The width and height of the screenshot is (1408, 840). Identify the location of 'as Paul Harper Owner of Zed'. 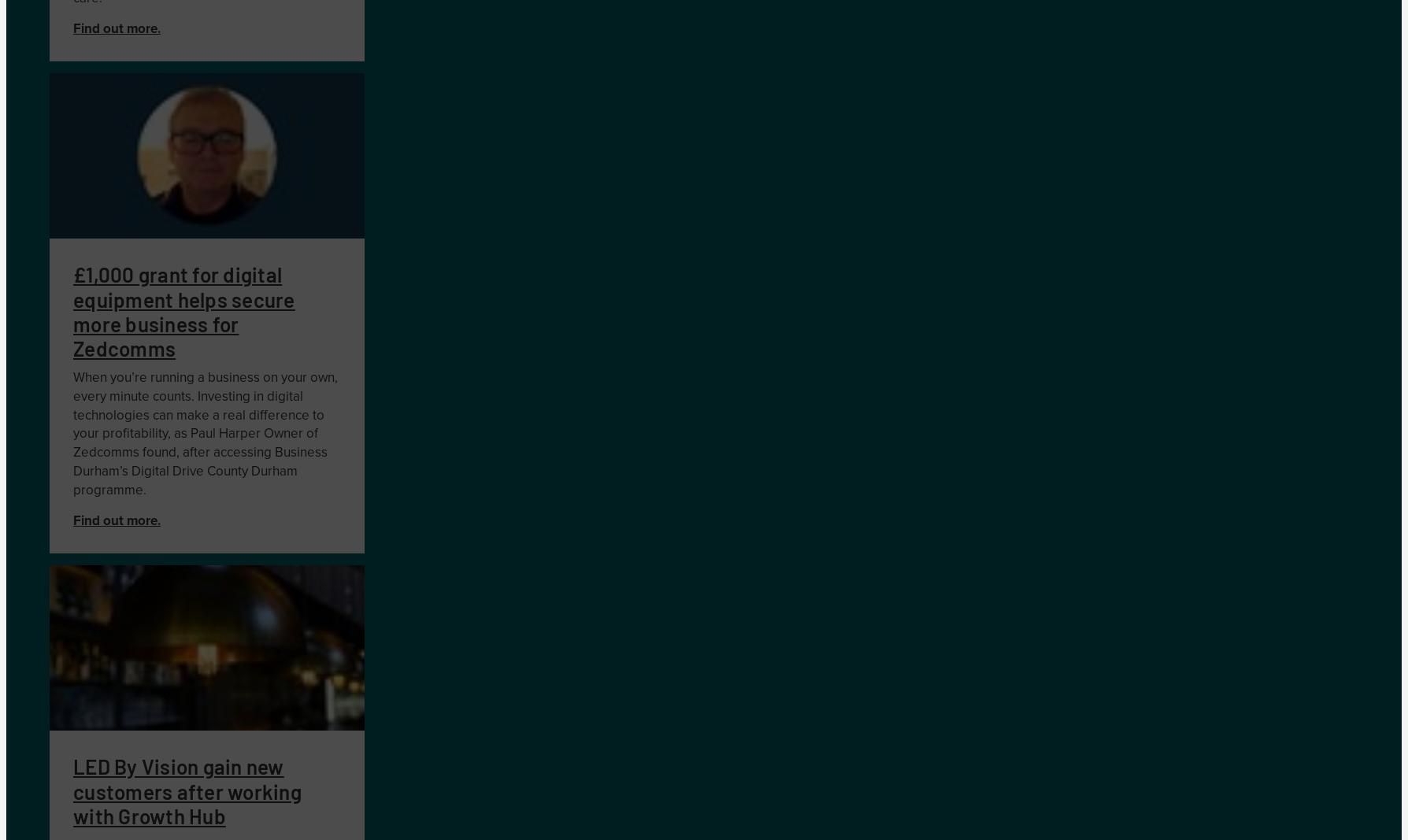
(72, 442).